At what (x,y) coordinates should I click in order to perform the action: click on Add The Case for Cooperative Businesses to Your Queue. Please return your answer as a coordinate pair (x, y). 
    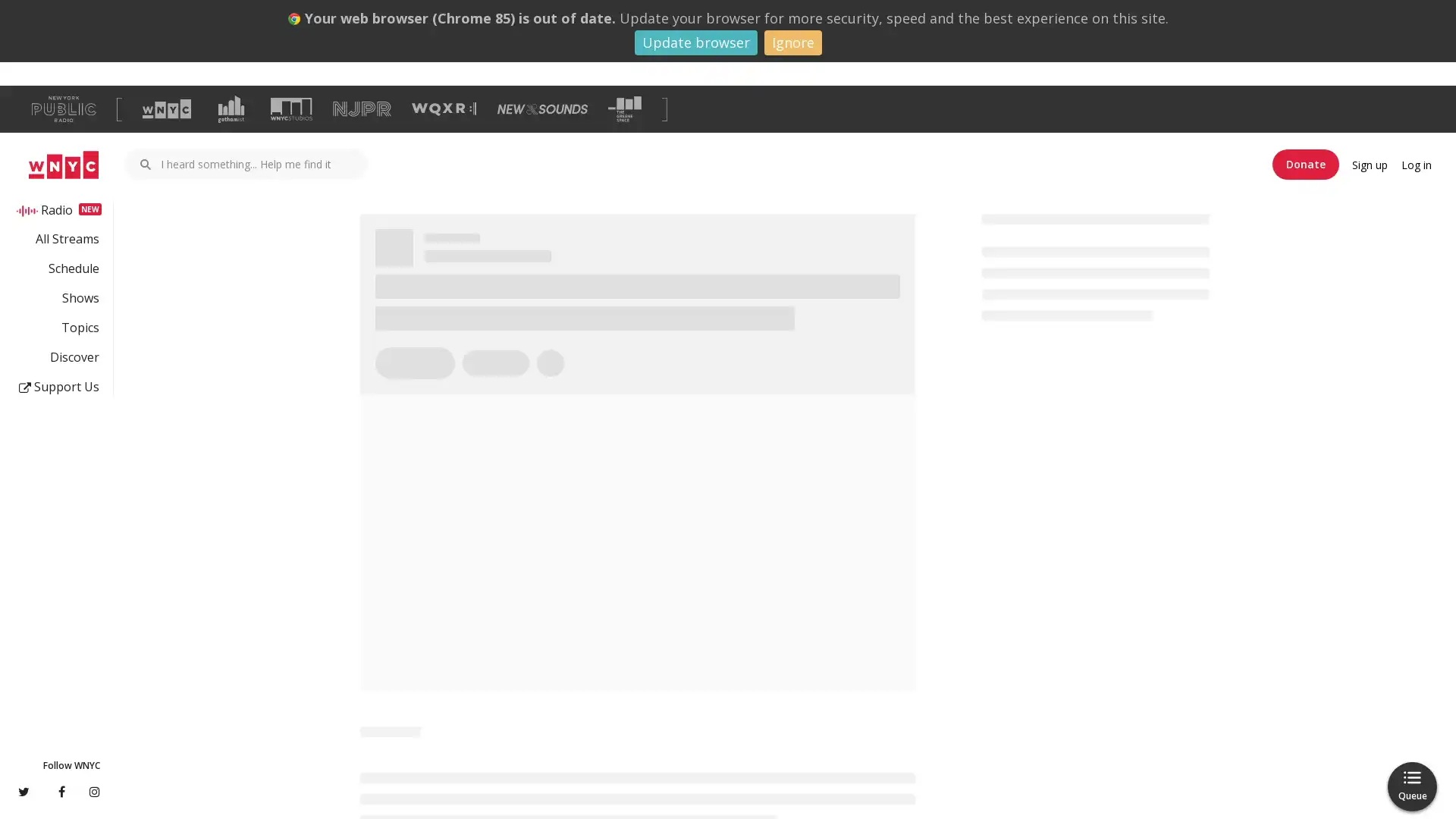
    Looking at the image, I should click on (535, 341).